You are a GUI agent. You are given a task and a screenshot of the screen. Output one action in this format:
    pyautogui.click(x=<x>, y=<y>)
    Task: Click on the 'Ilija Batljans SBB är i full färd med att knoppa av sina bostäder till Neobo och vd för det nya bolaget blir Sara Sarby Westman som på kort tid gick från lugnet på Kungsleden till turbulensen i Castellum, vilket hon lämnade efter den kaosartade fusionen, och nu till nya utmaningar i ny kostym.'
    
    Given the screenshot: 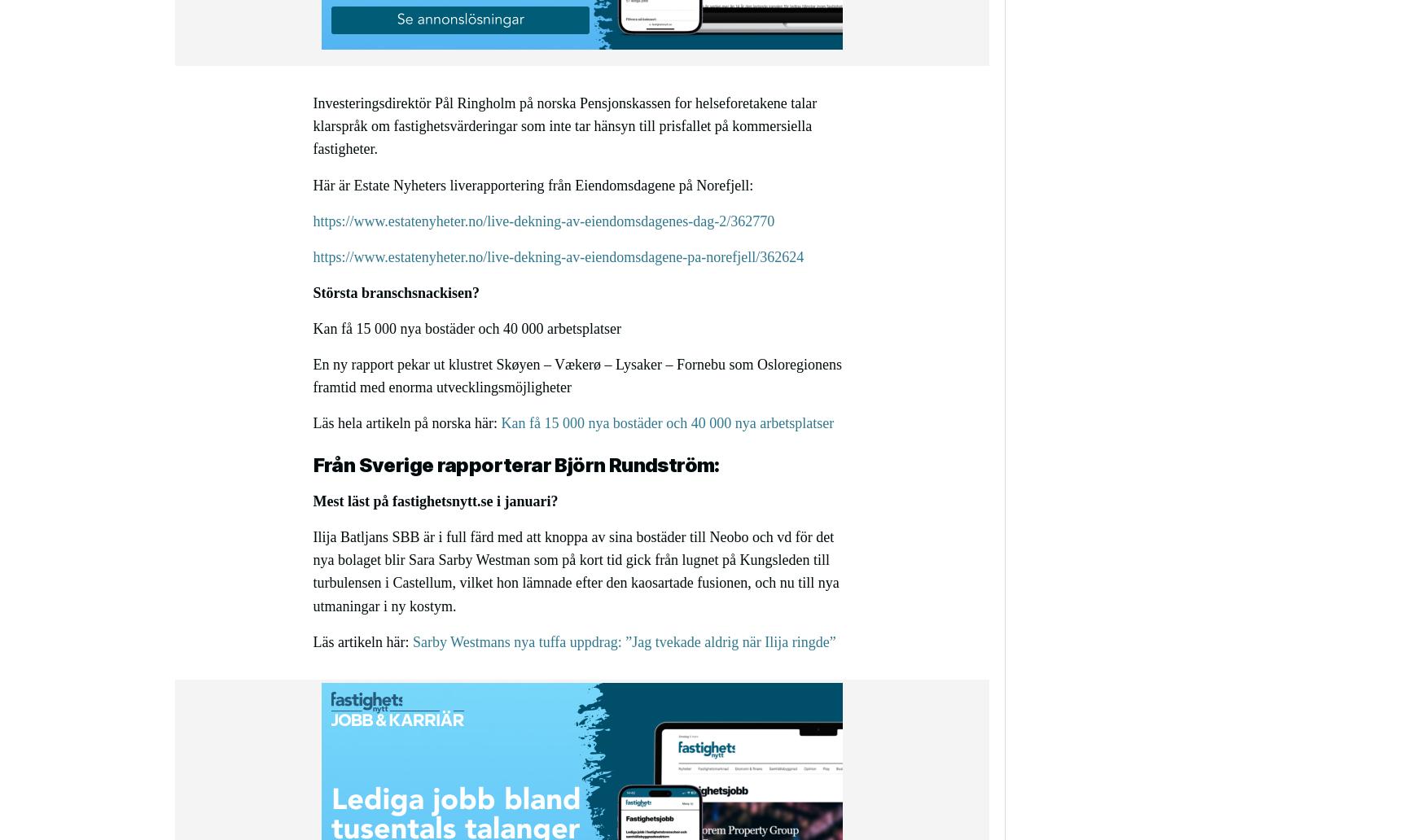 What is the action you would take?
    pyautogui.click(x=576, y=570)
    